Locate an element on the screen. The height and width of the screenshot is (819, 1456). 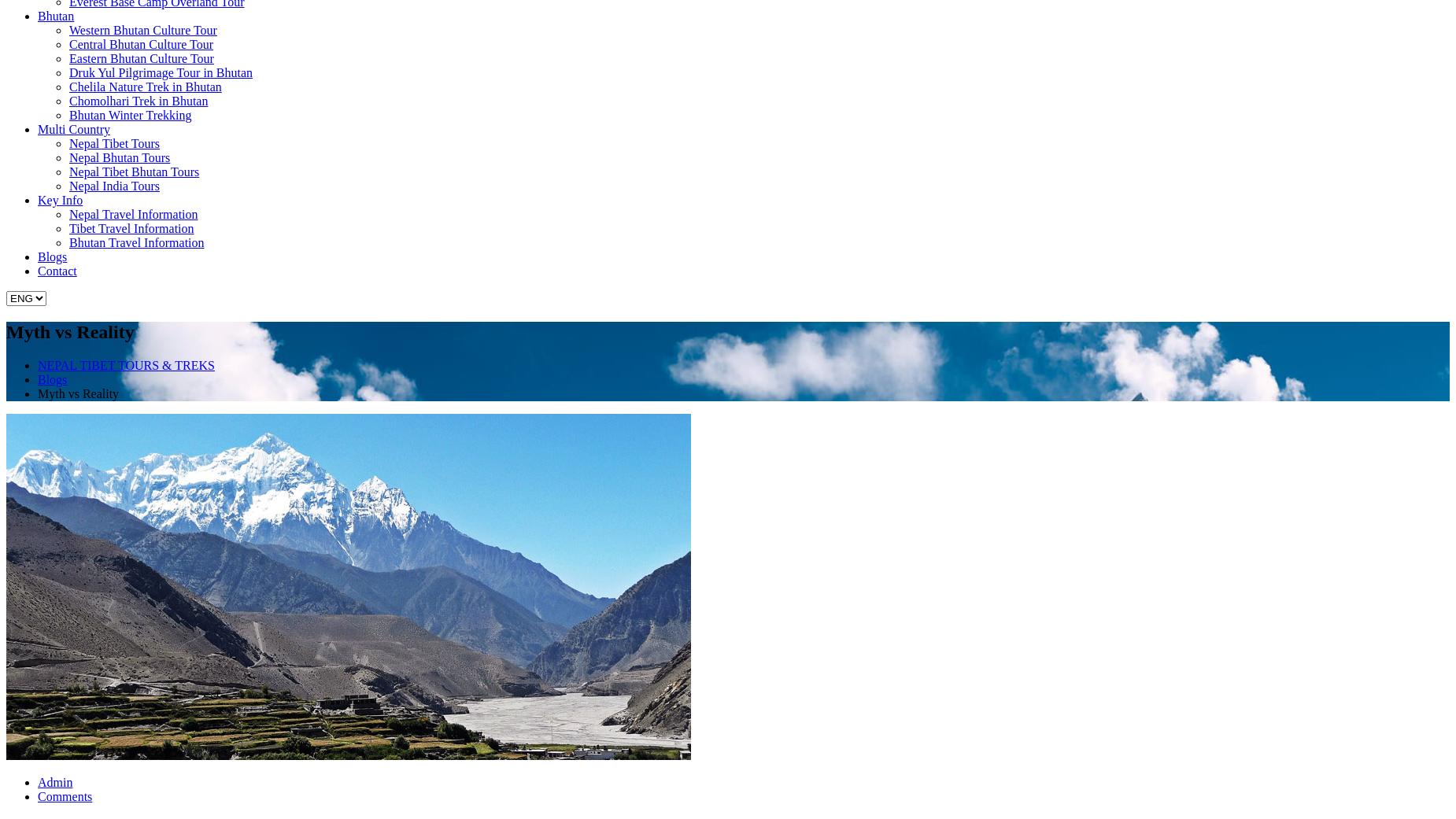
'Nepal Tibet Bhutan Tours' is located at coordinates (133, 171).